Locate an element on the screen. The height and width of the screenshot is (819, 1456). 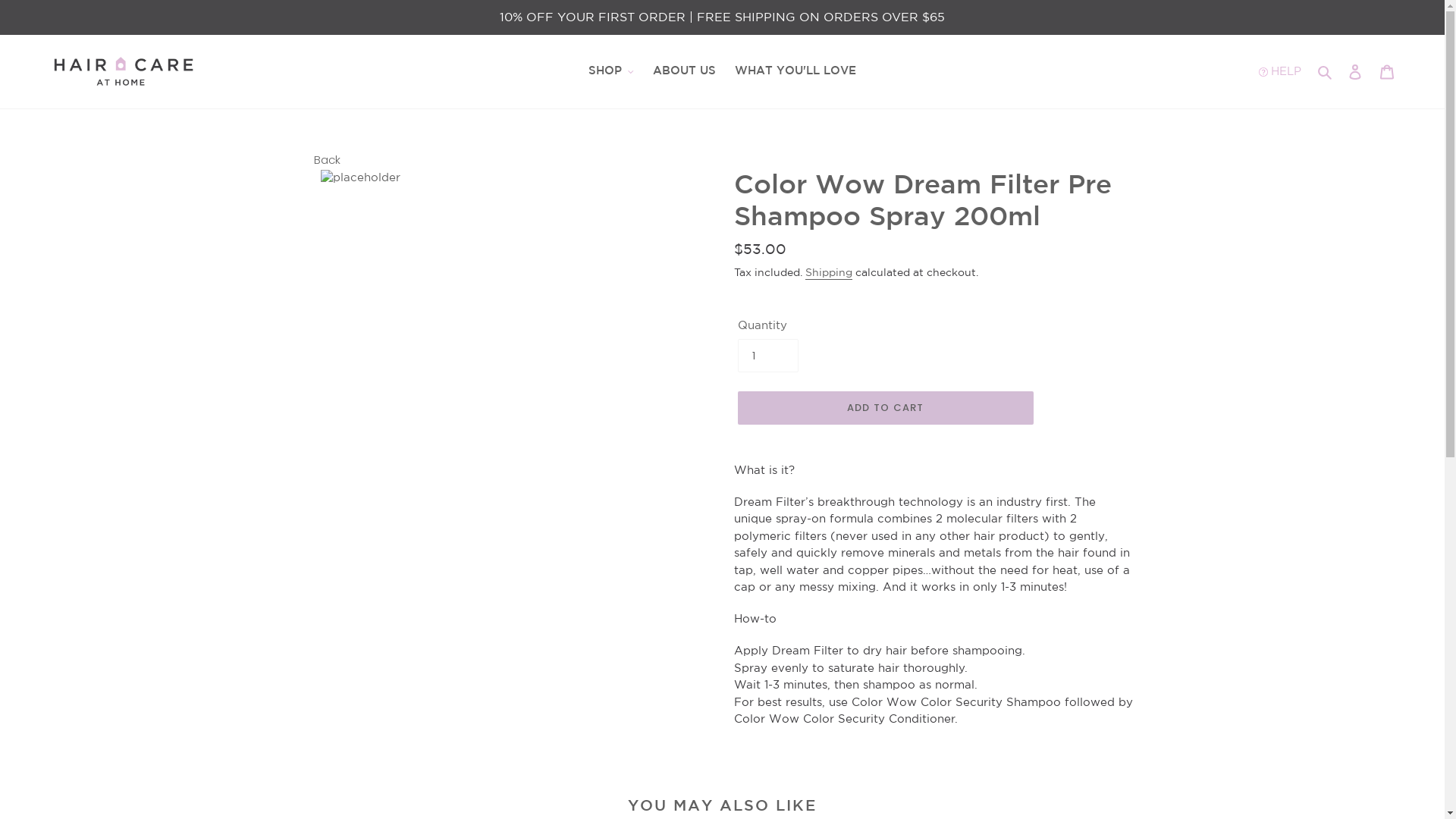
'Log in' is located at coordinates (1339, 71).